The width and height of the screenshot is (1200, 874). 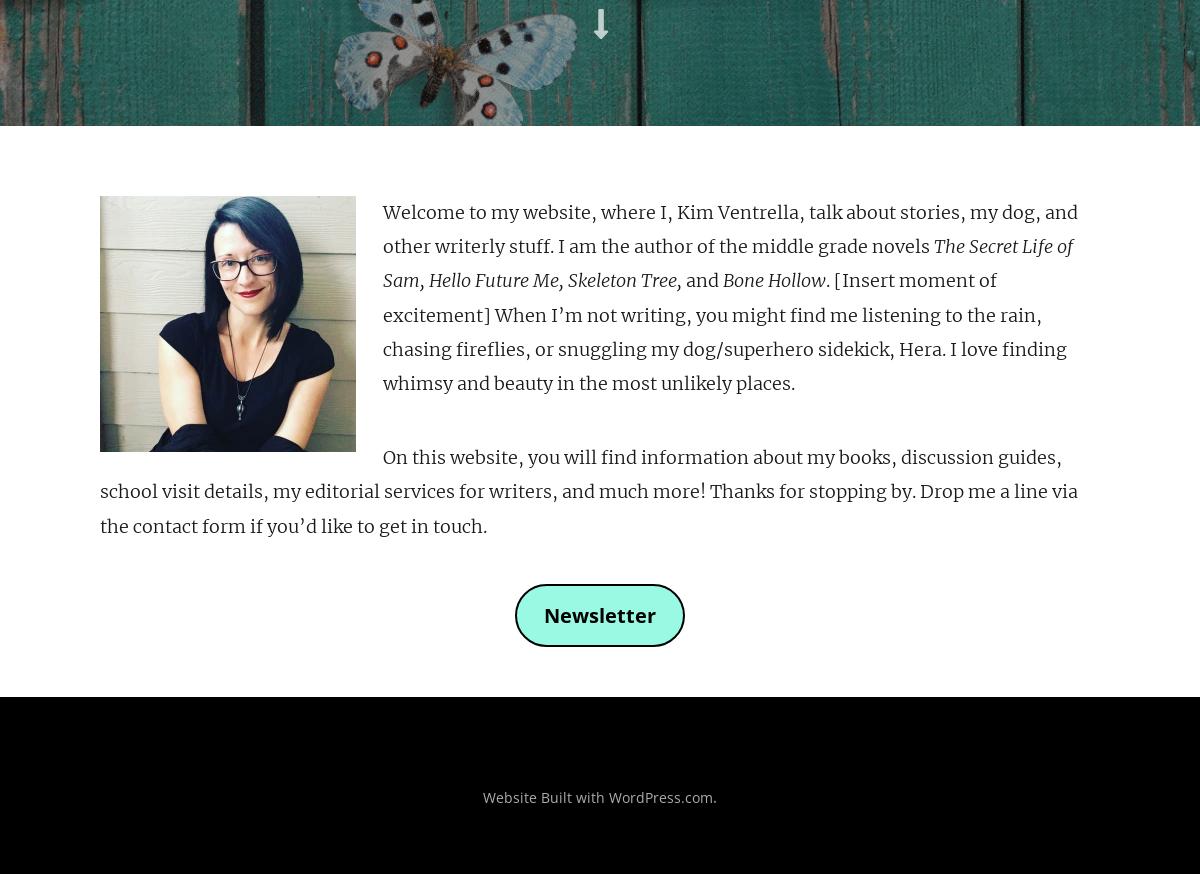 I want to click on 'Follow', so click(x=1118, y=98).